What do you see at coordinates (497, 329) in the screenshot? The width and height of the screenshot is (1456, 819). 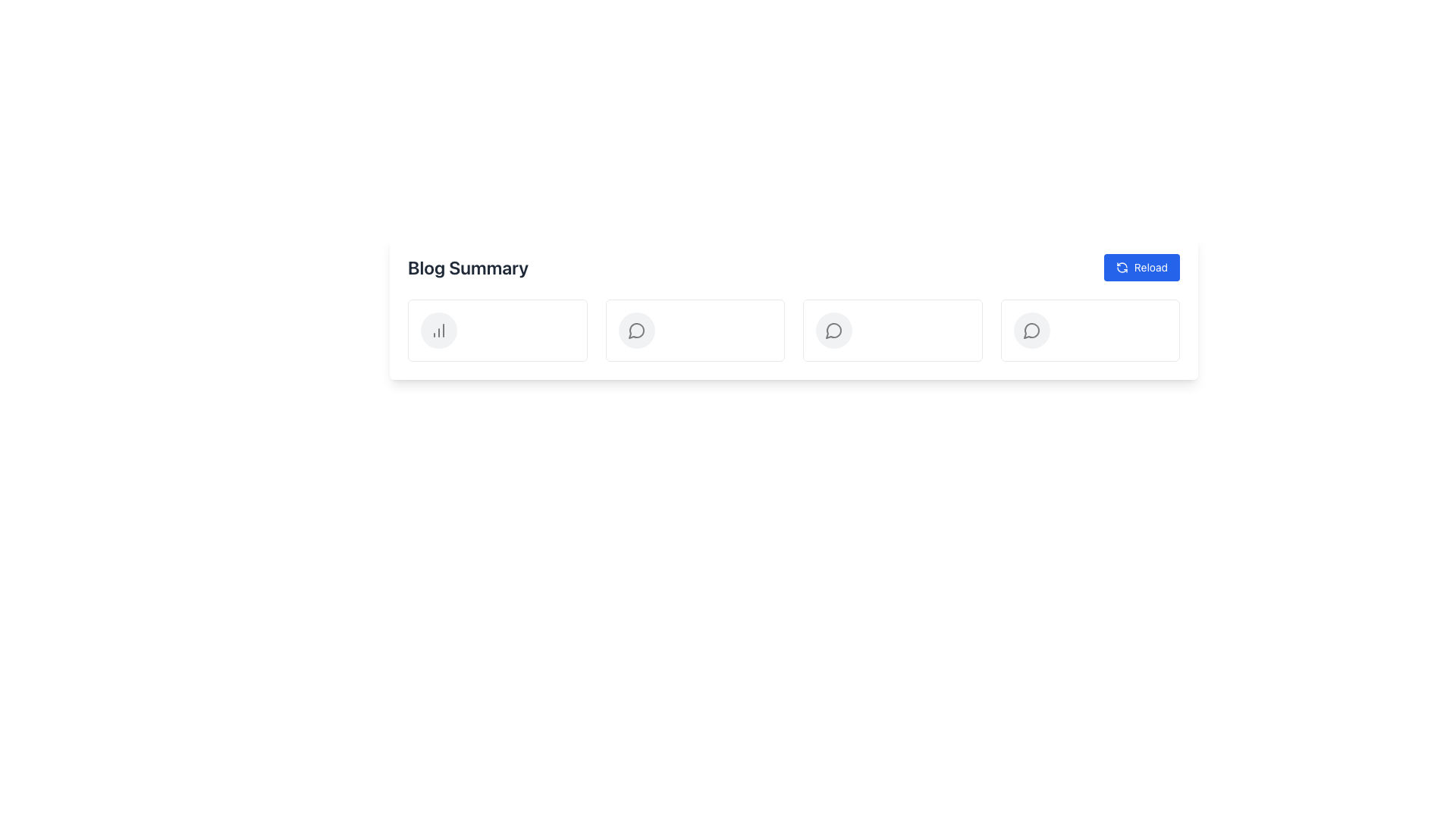 I see `the placeholder loading indicator located to the right of the 'Blog Summary' title` at bounding box center [497, 329].